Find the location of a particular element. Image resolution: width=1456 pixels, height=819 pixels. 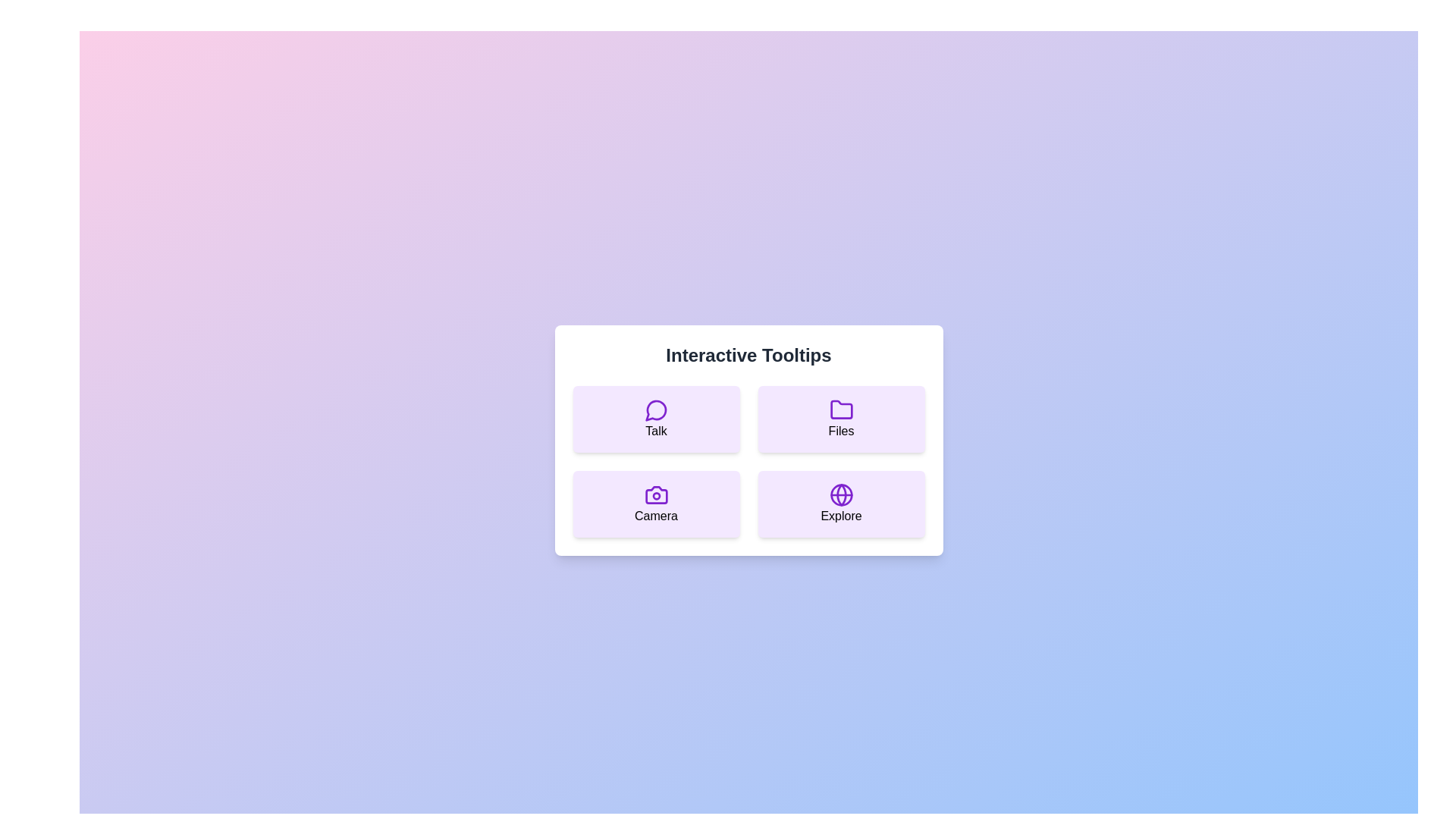

the purple stylized camera icon located in the uppermost position of the 'Camera' card in the lower left section of a 2x2 grid is located at coordinates (656, 494).